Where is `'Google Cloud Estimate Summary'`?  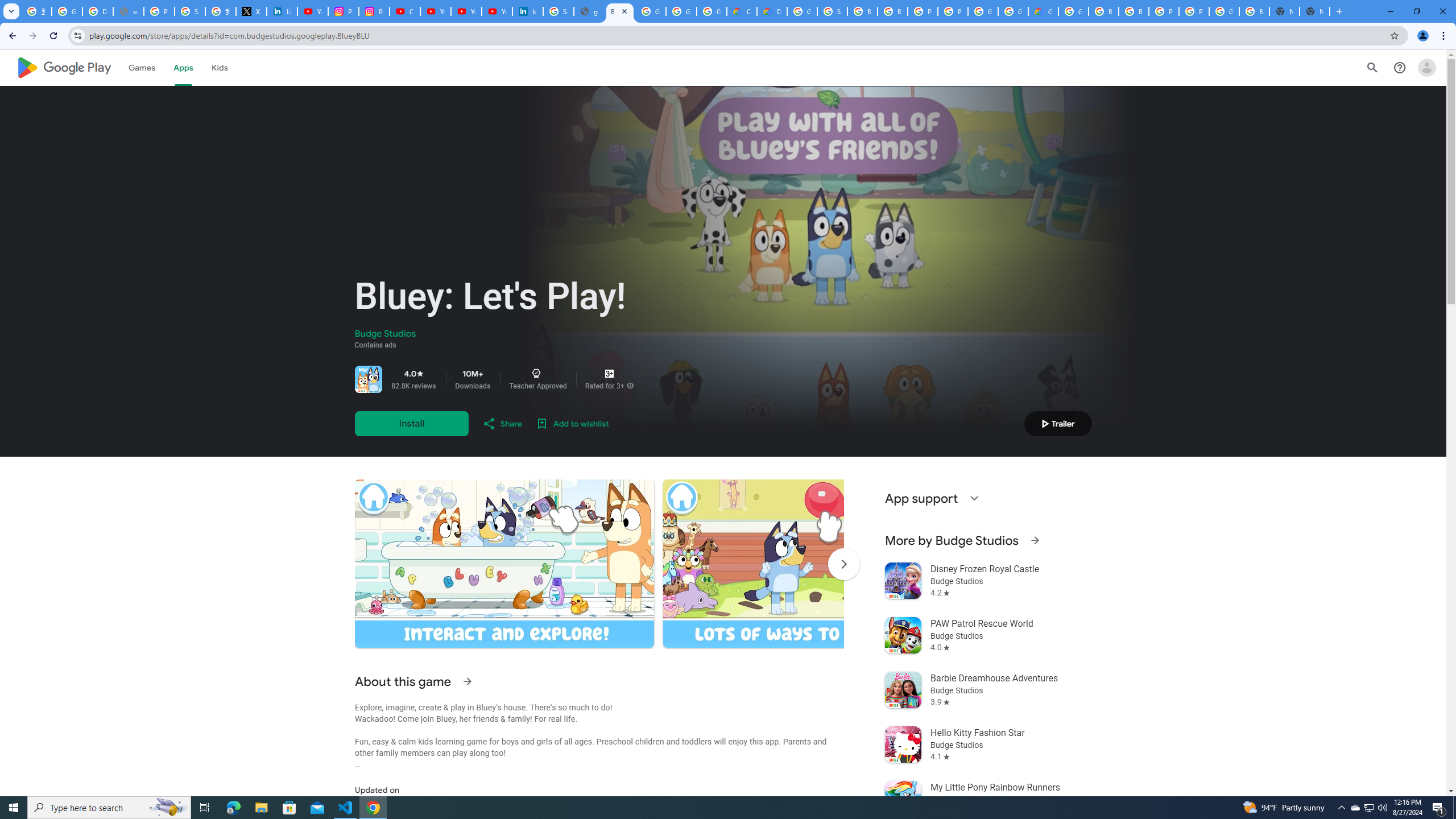
'Google Cloud Estimate Summary' is located at coordinates (1043, 11).